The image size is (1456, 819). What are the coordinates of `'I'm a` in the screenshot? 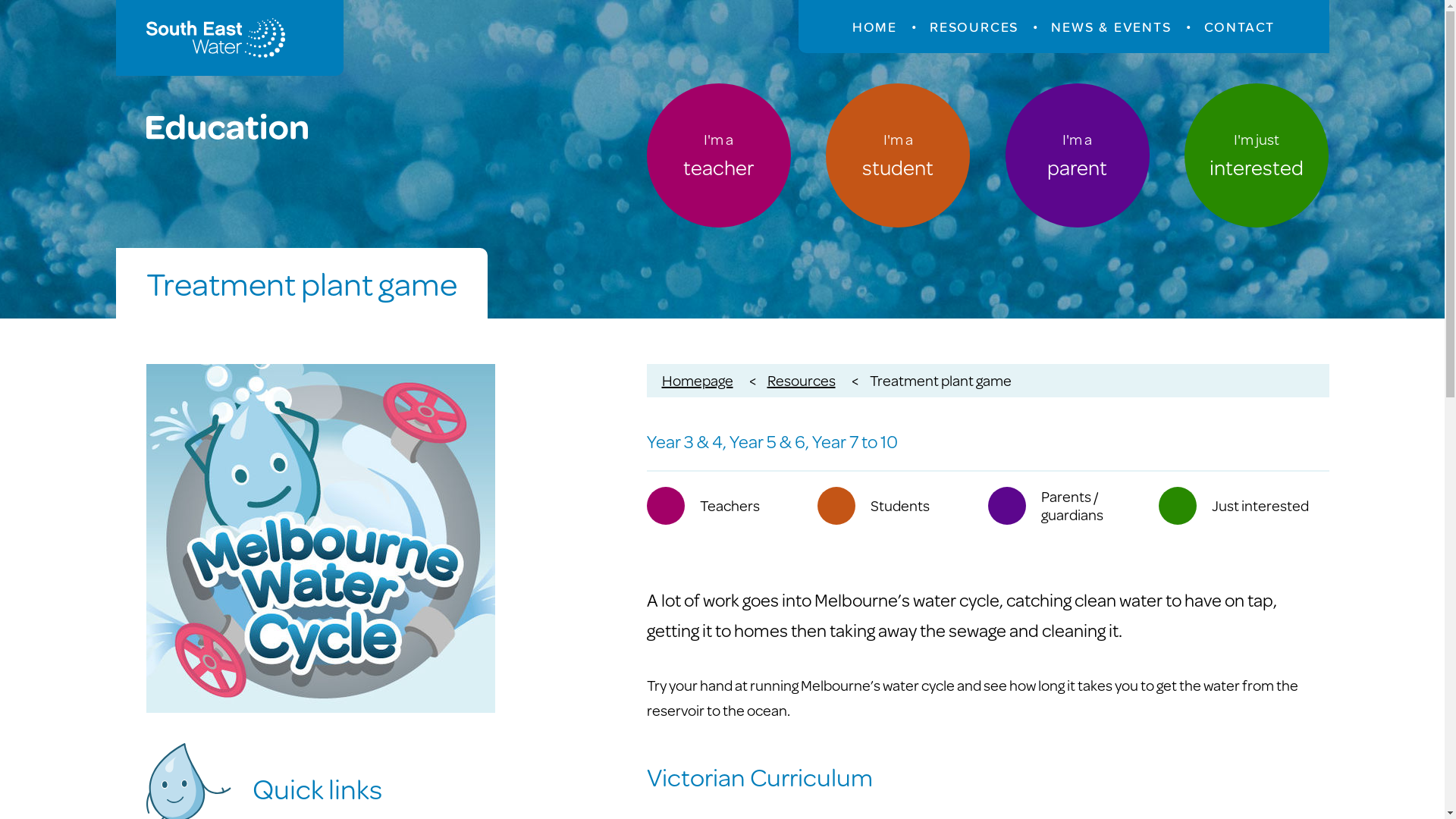 It's located at (717, 155).